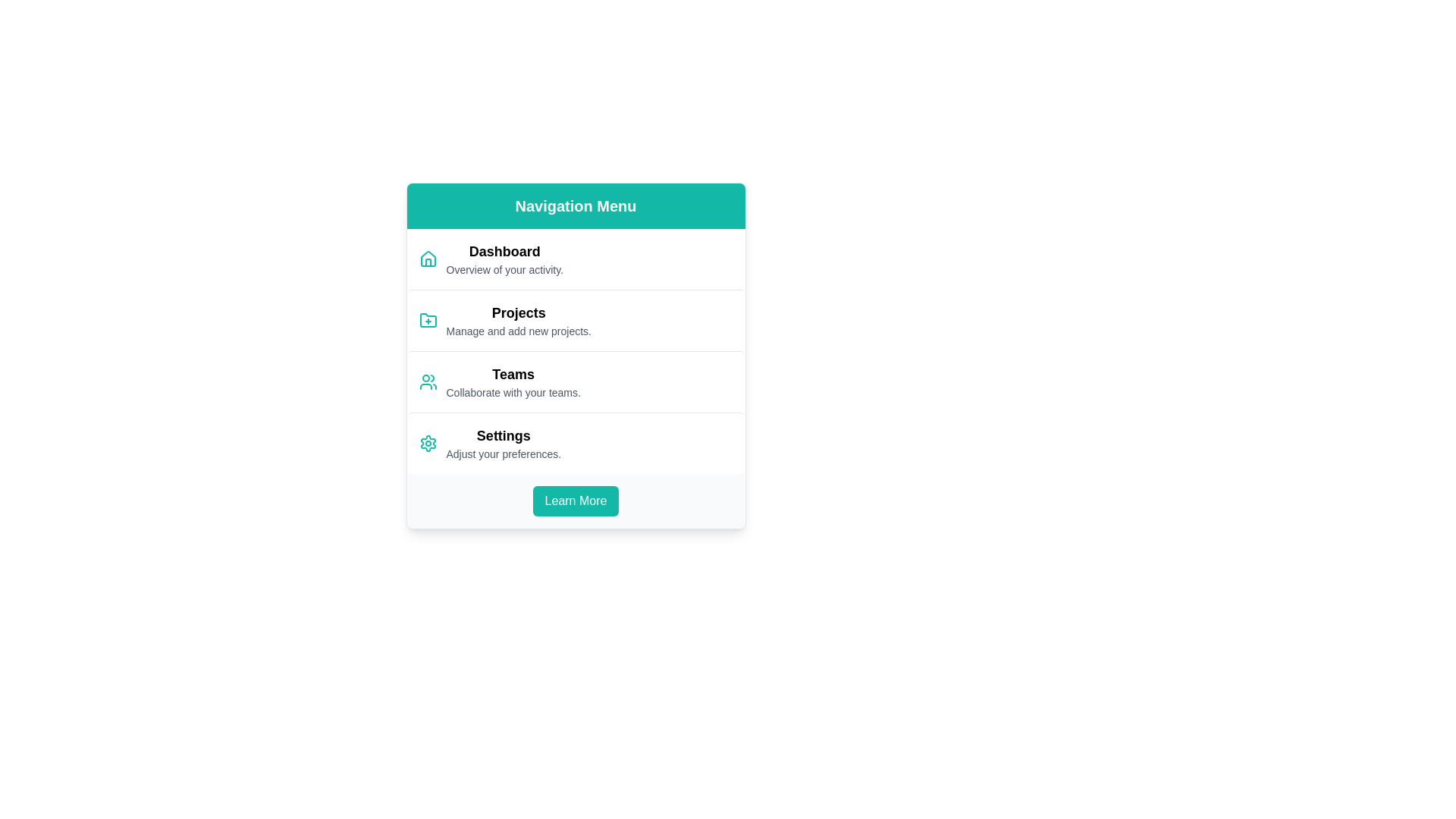 The height and width of the screenshot is (819, 1456). Describe the element at coordinates (504, 435) in the screenshot. I see `the navigational text label indicating the section for adjusting application preferences, which is positioned above the text 'Adjust your preferences.' and beside a gear icon in the bottom section of the 'Navigation Menu'` at that location.